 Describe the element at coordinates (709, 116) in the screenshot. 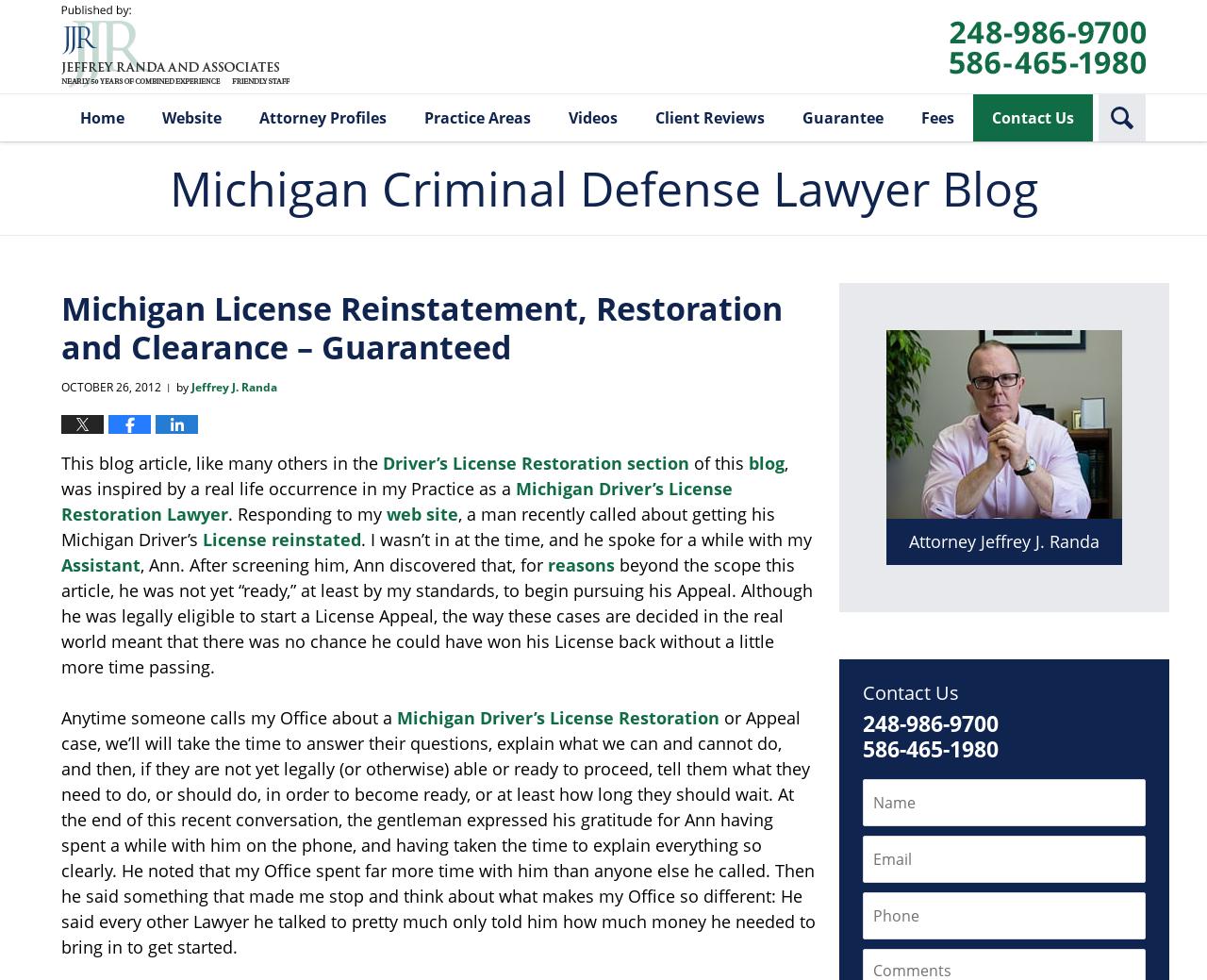

I see `'Client Reviews'` at that location.